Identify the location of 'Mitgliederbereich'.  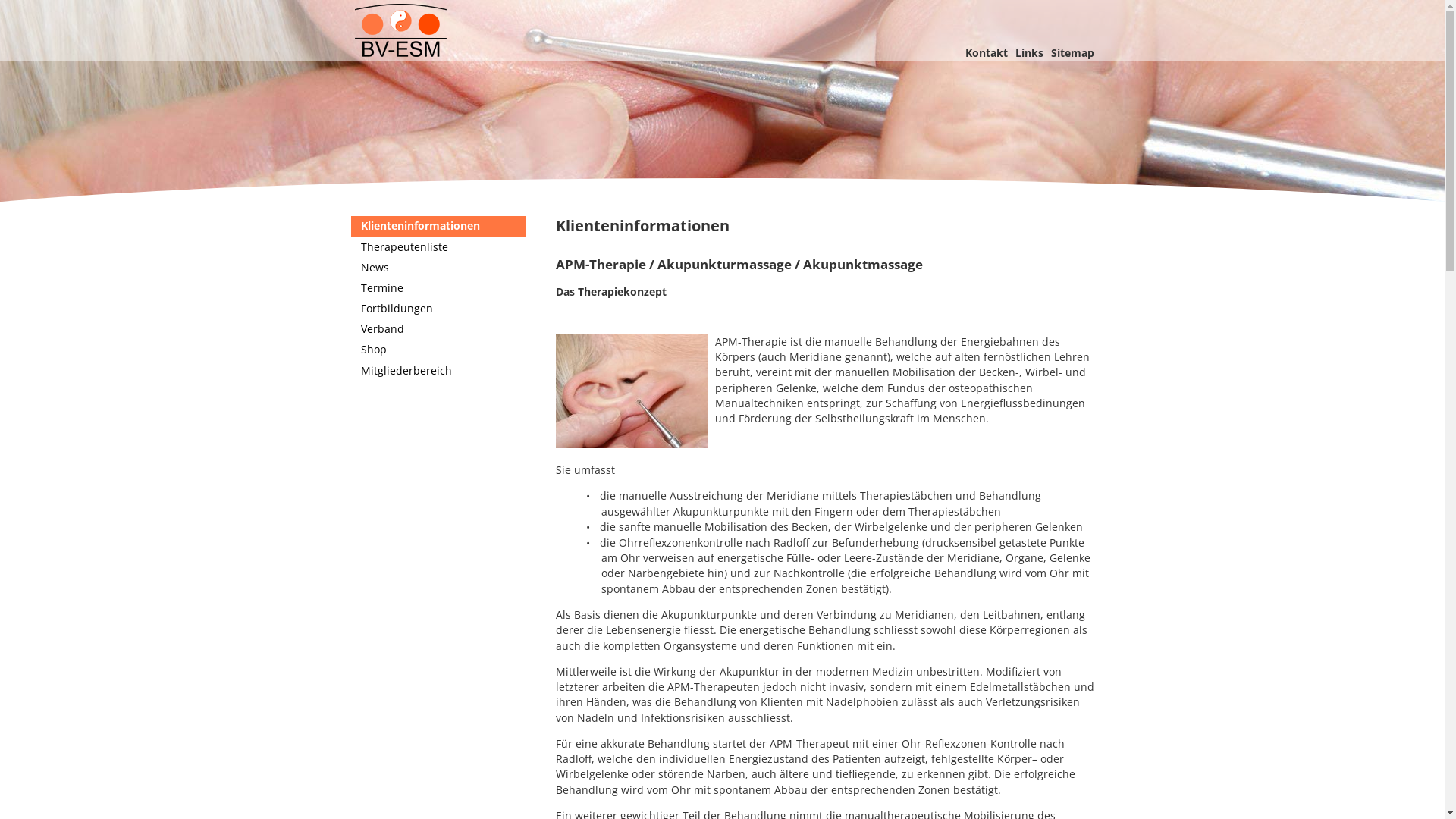
(436, 370).